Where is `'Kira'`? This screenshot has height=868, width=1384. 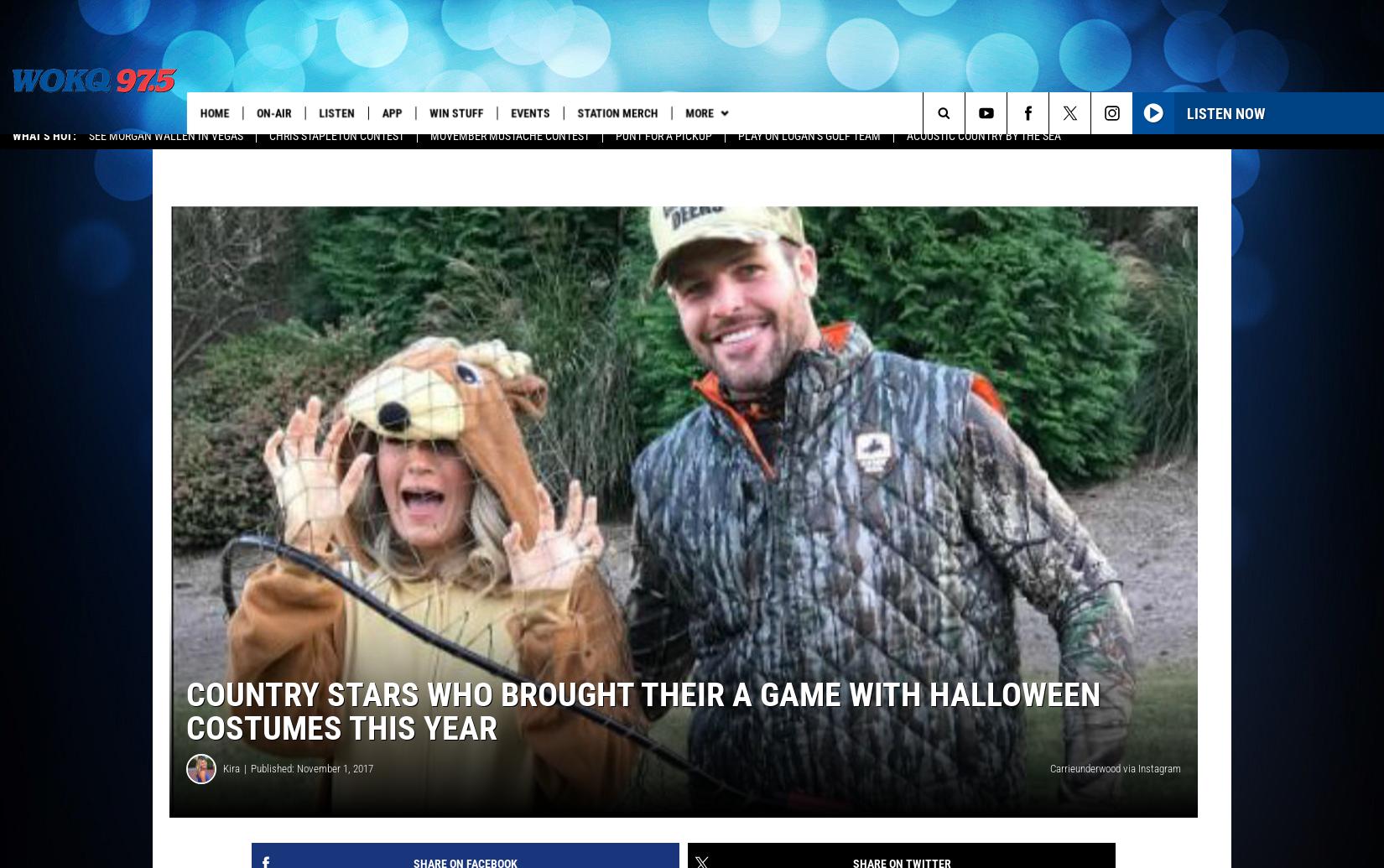
'Kira' is located at coordinates (222, 779).